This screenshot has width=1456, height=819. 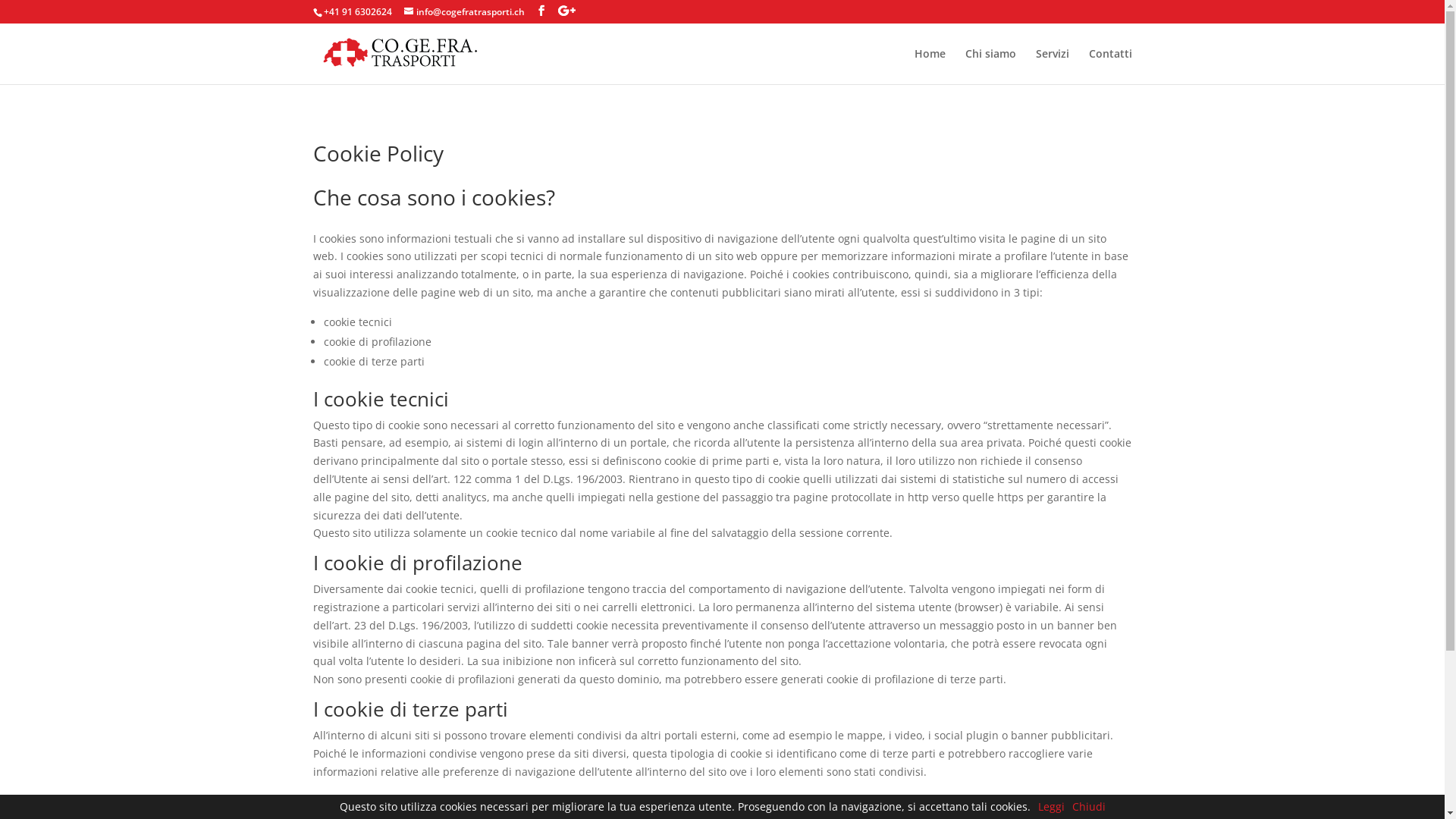 What do you see at coordinates (322, 11) in the screenshot?
I see `'+41 91 6302624'` at bounding box center [322, 11].